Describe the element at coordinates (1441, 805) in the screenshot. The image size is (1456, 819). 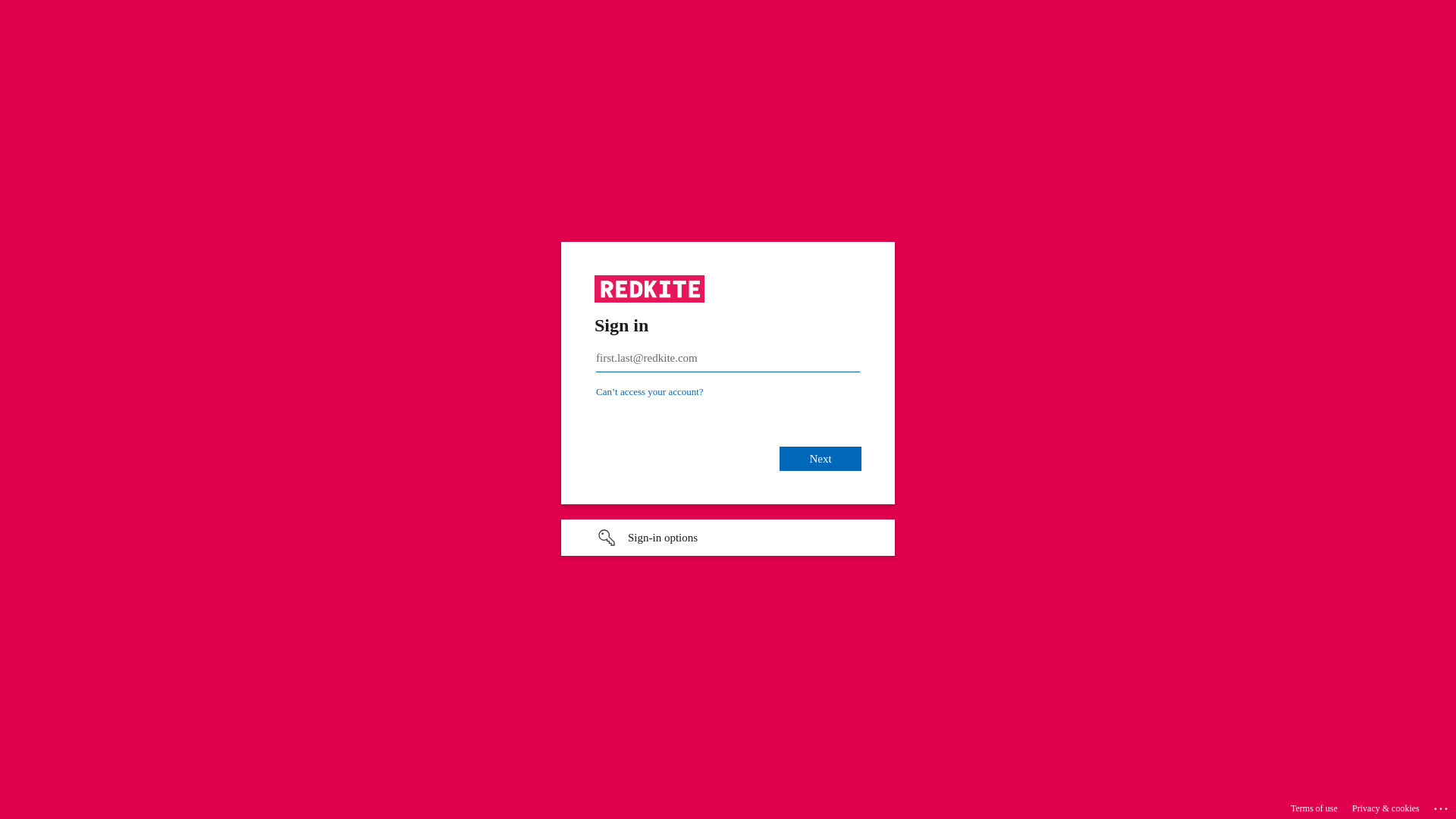
I see `'...'` at that location.